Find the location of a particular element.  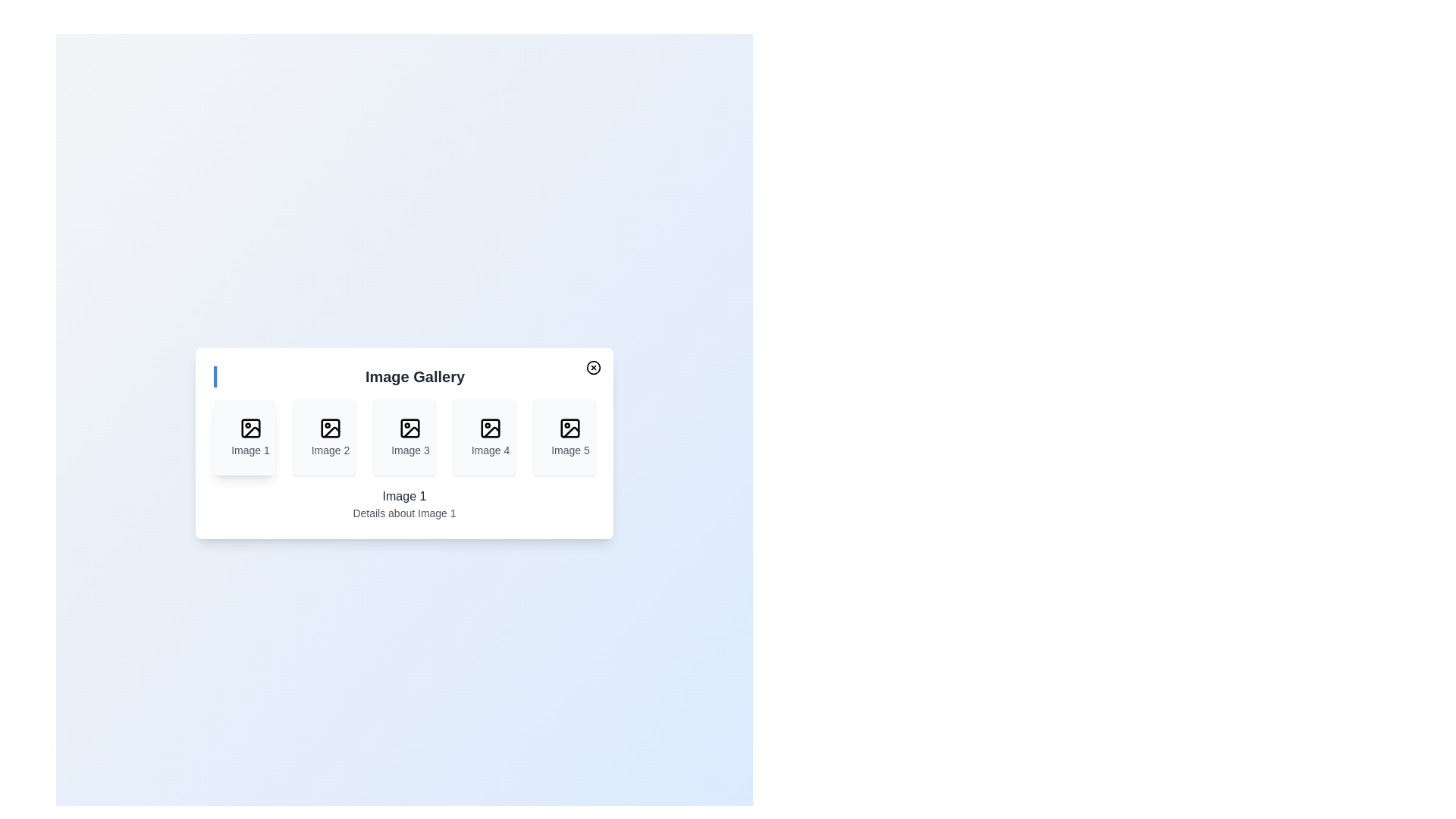

the currently selected image to view its details is located at coordinates (243, 438).